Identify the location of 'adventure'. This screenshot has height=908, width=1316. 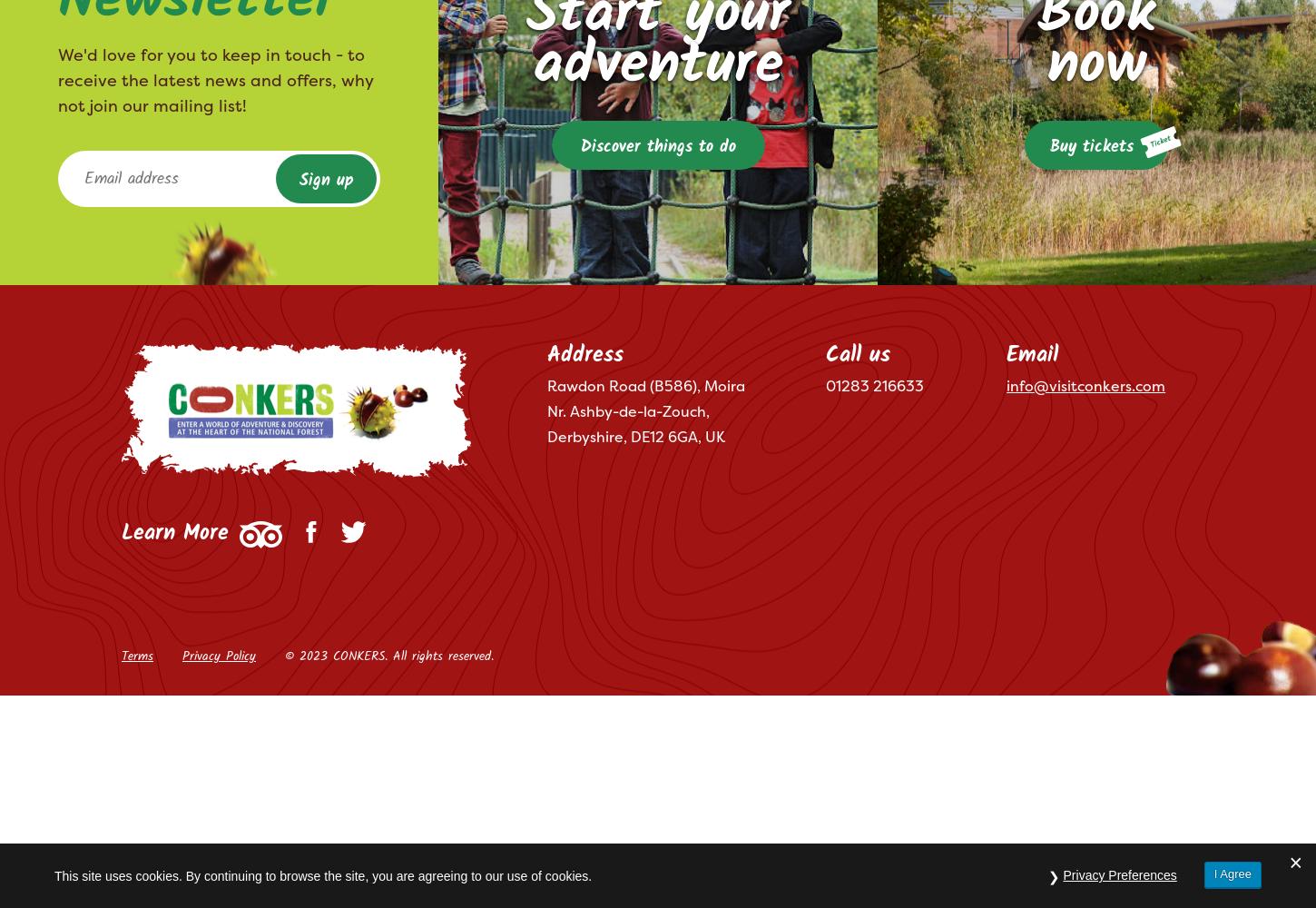
(656, 64).